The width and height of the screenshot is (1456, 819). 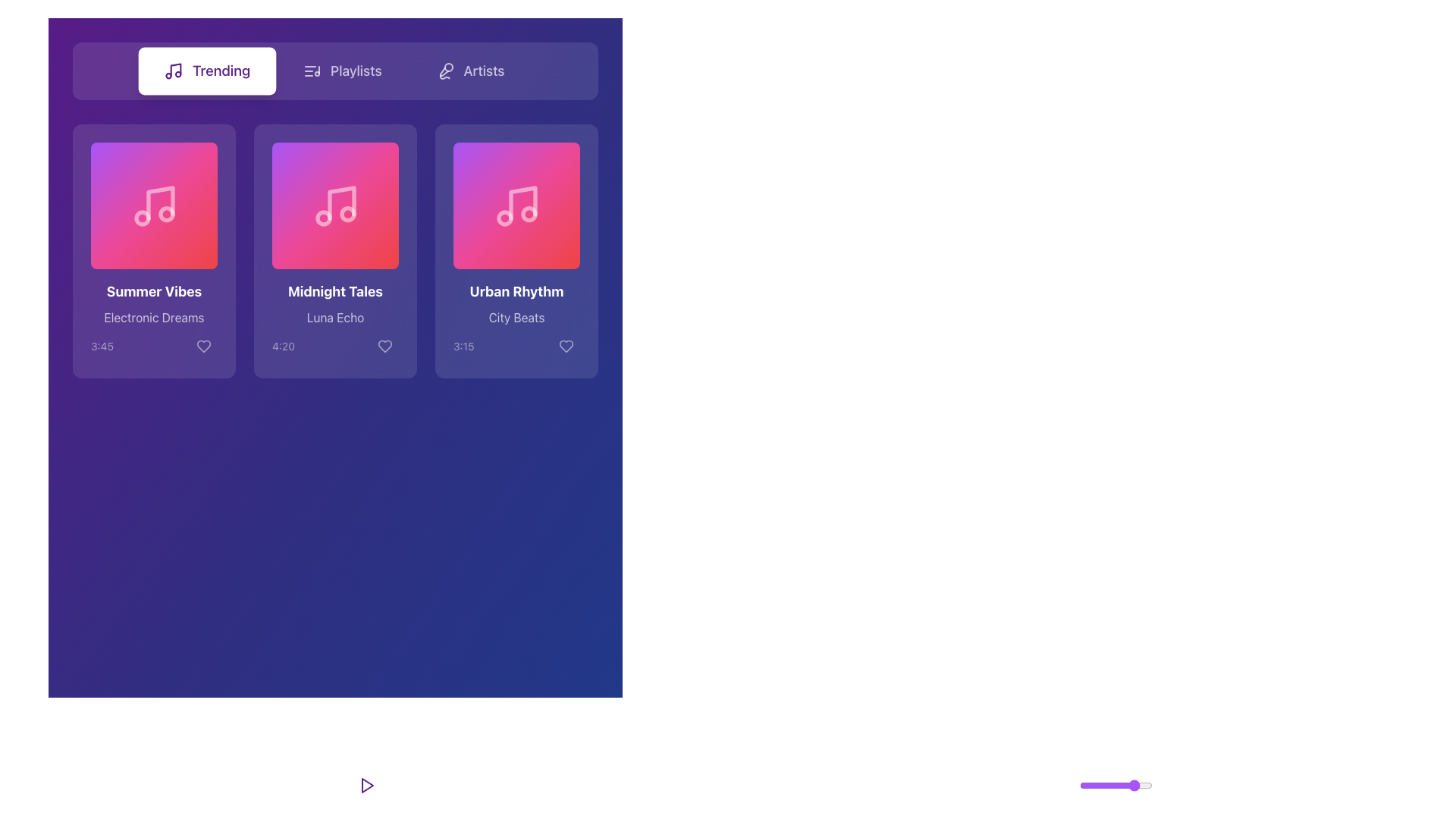 What do you see at coordinates (1109, 785) in the screenshot?
I see `the slider` at bounding box center [1109, 785].